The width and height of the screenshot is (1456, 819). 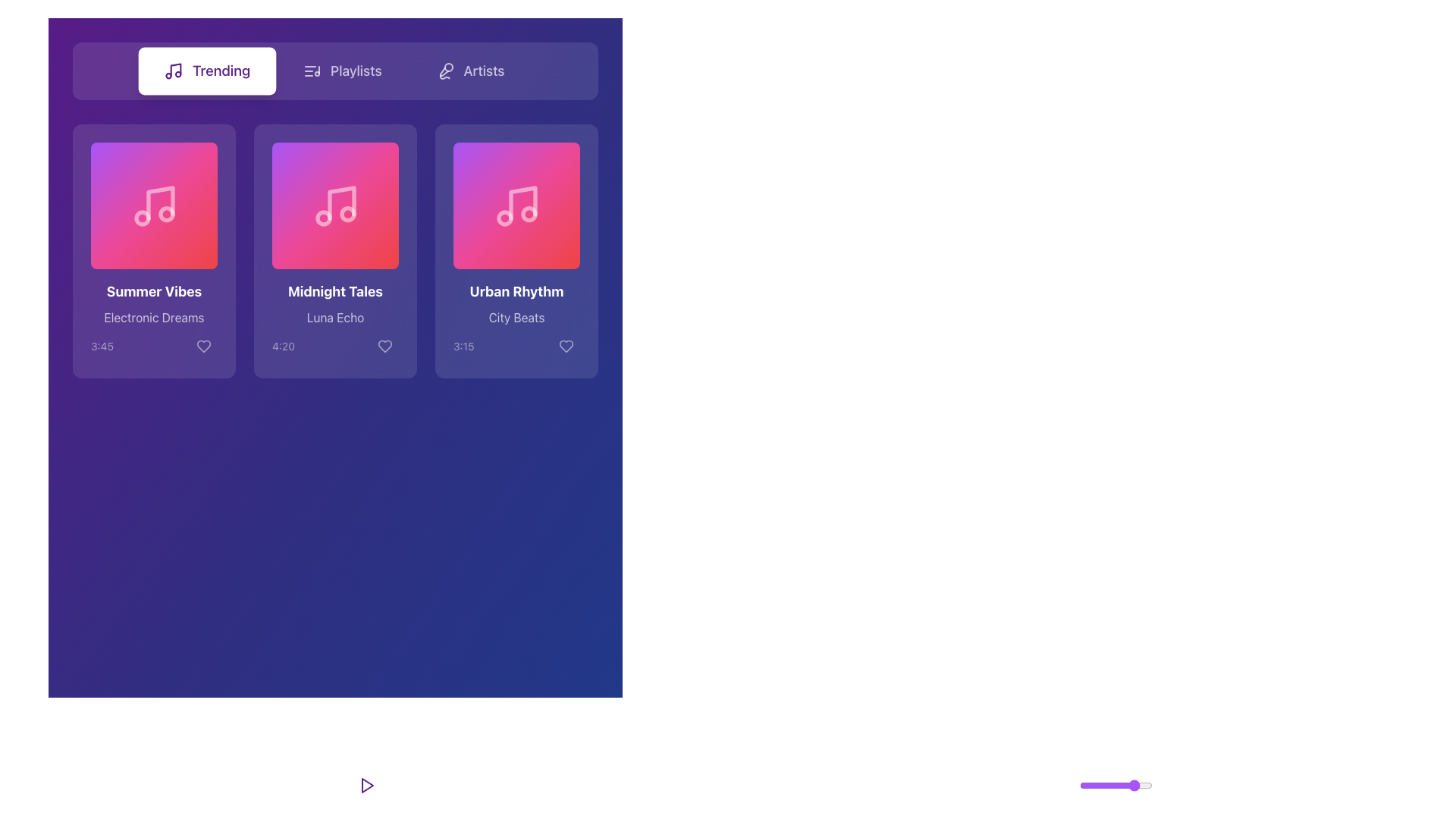 What do you see at coordinates (1109, 785) in the screenshot?
I see `the slider` at bounding box center [1109, 785].